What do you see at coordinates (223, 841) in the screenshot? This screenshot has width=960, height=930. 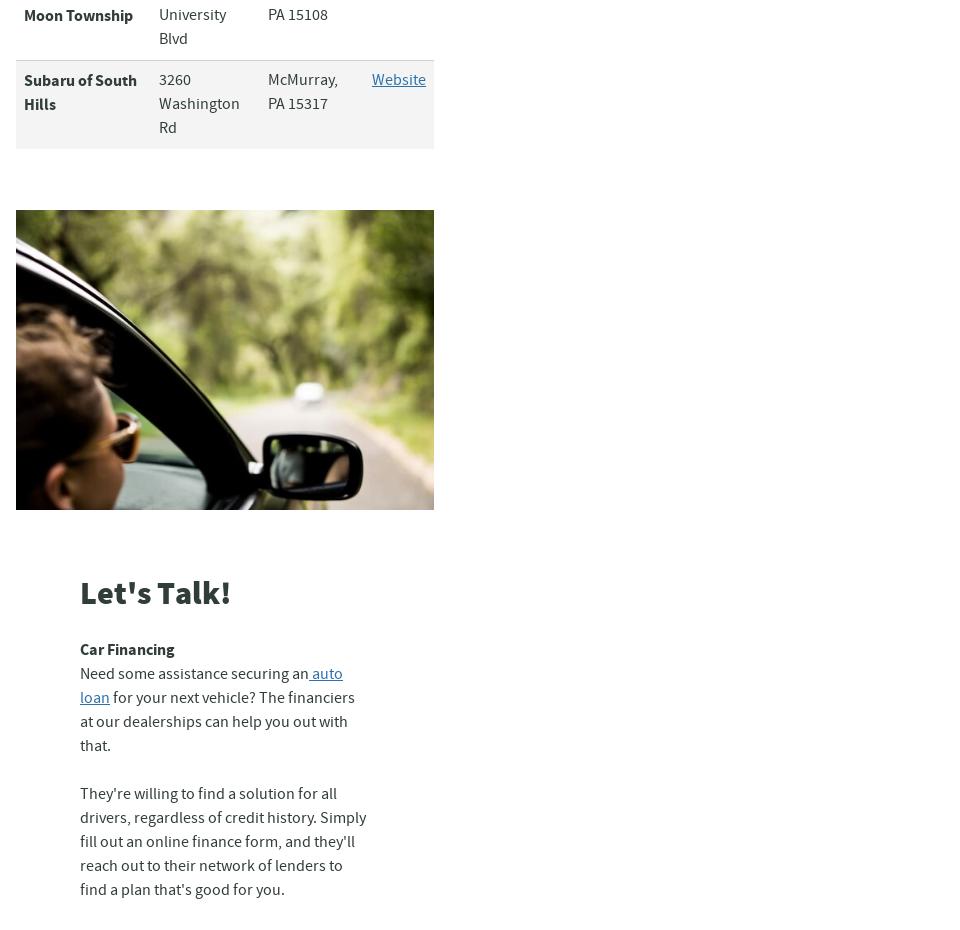 I see `'They're willing to find a solution for all drivers, regardless of credit history. Simply fill out an online finance form, and they'll reach out to their network of lenders to find a plan that's good for you.'` at bounding box center [223, 841].